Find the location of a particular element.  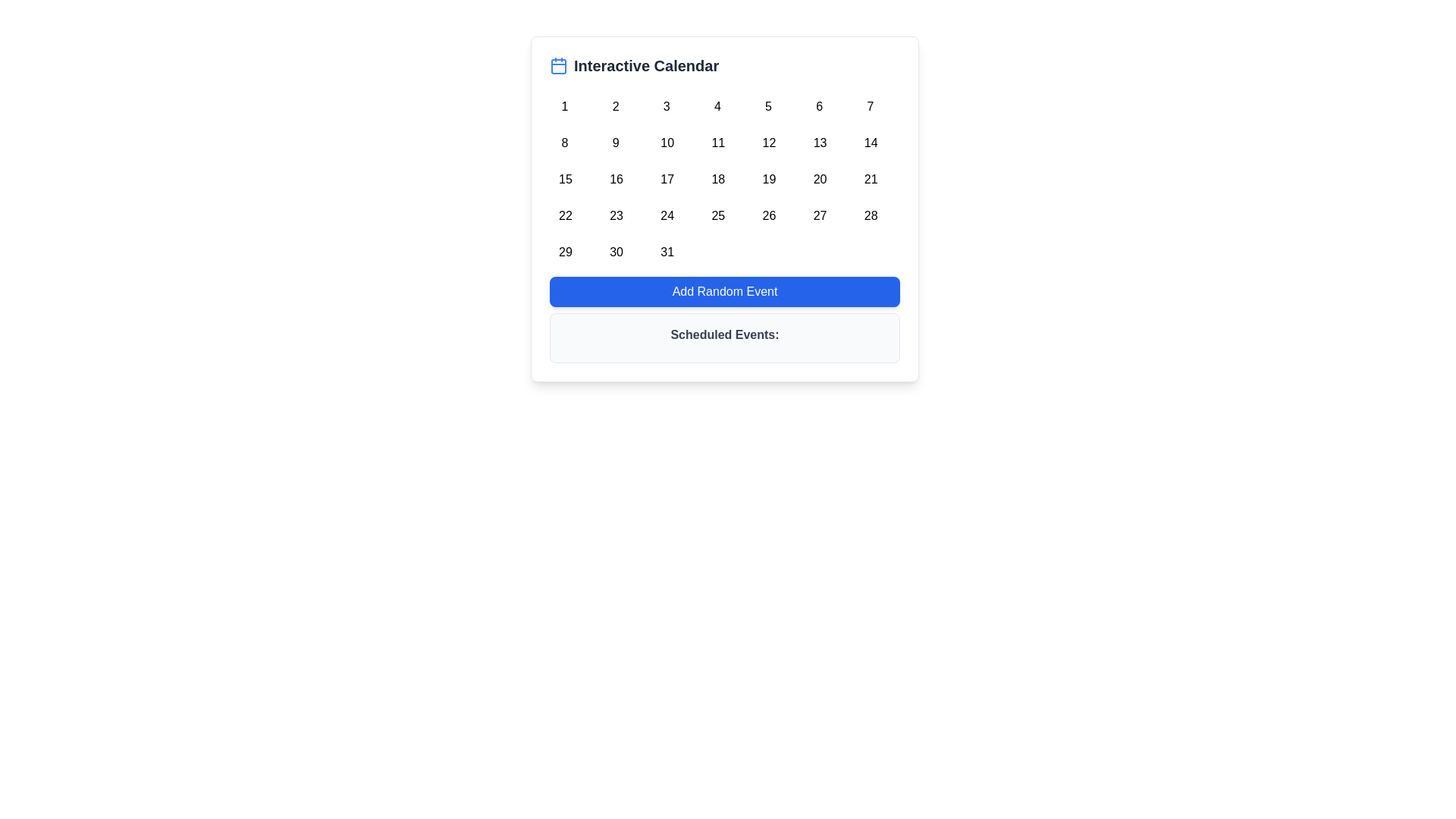

the button representing the third day in the calendar, located in the first row and third column of the grid is located at coordinates (667, 103).